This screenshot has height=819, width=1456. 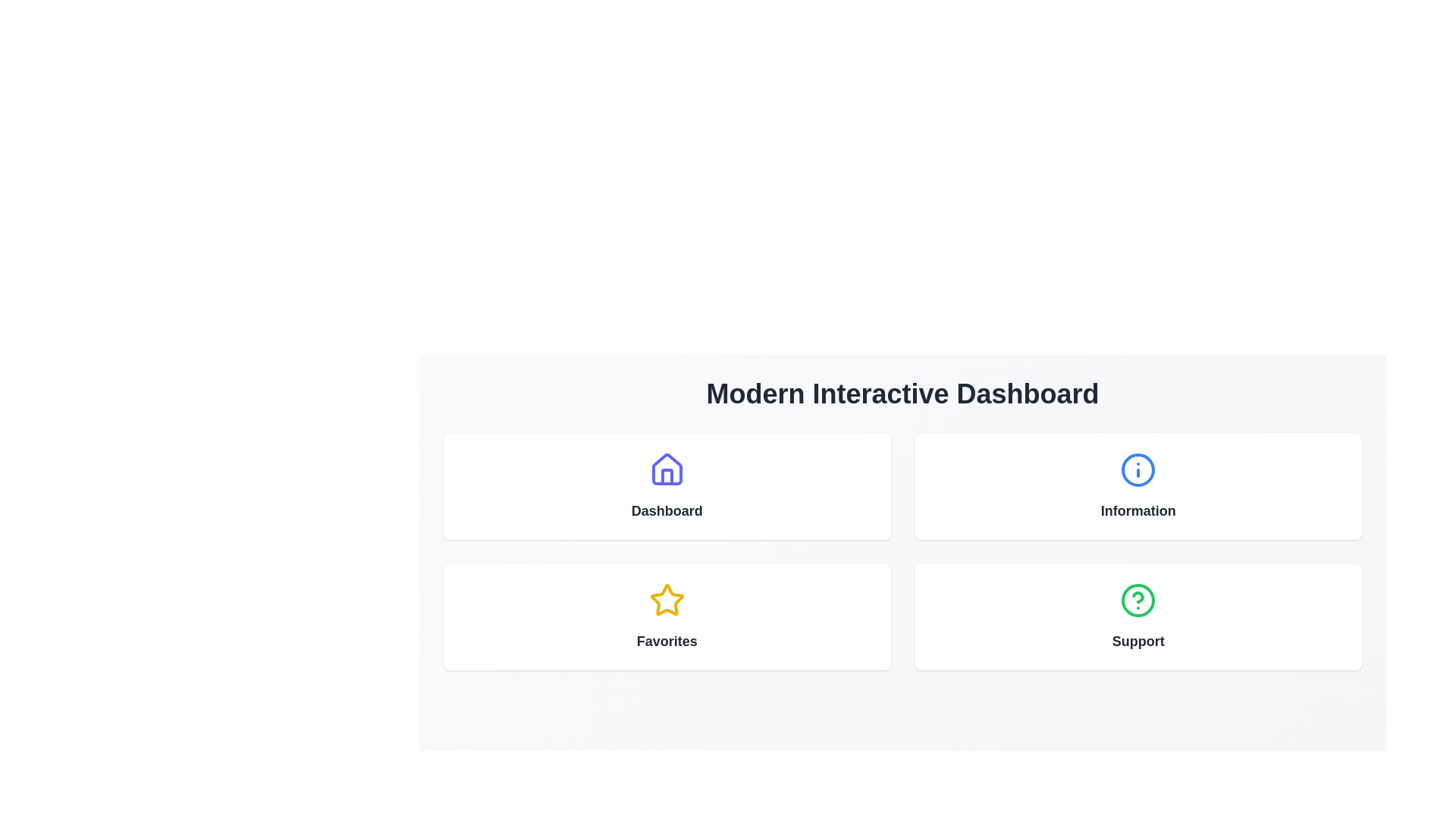 What do you see at coordinates (667, 599) in the screenshot?
I see `the star icon representing the 'Favorites' feature, located in the third box of the second row in the grid layout, above the text labeled 'Favorites'` at bounding box center [667, 599].